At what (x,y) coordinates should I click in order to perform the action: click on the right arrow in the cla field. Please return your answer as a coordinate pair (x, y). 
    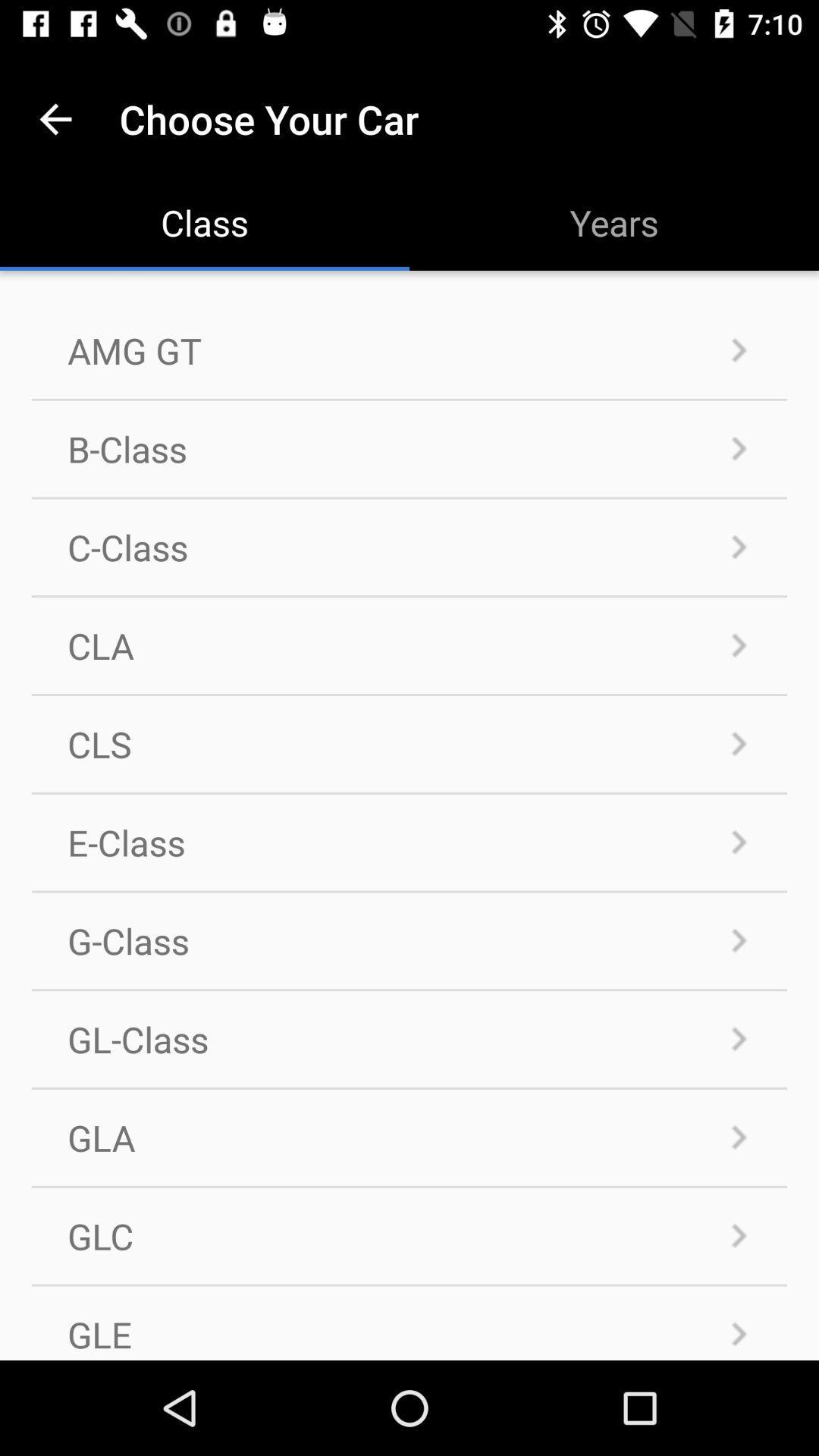
    Looking at the image, I should click on (739, 645).